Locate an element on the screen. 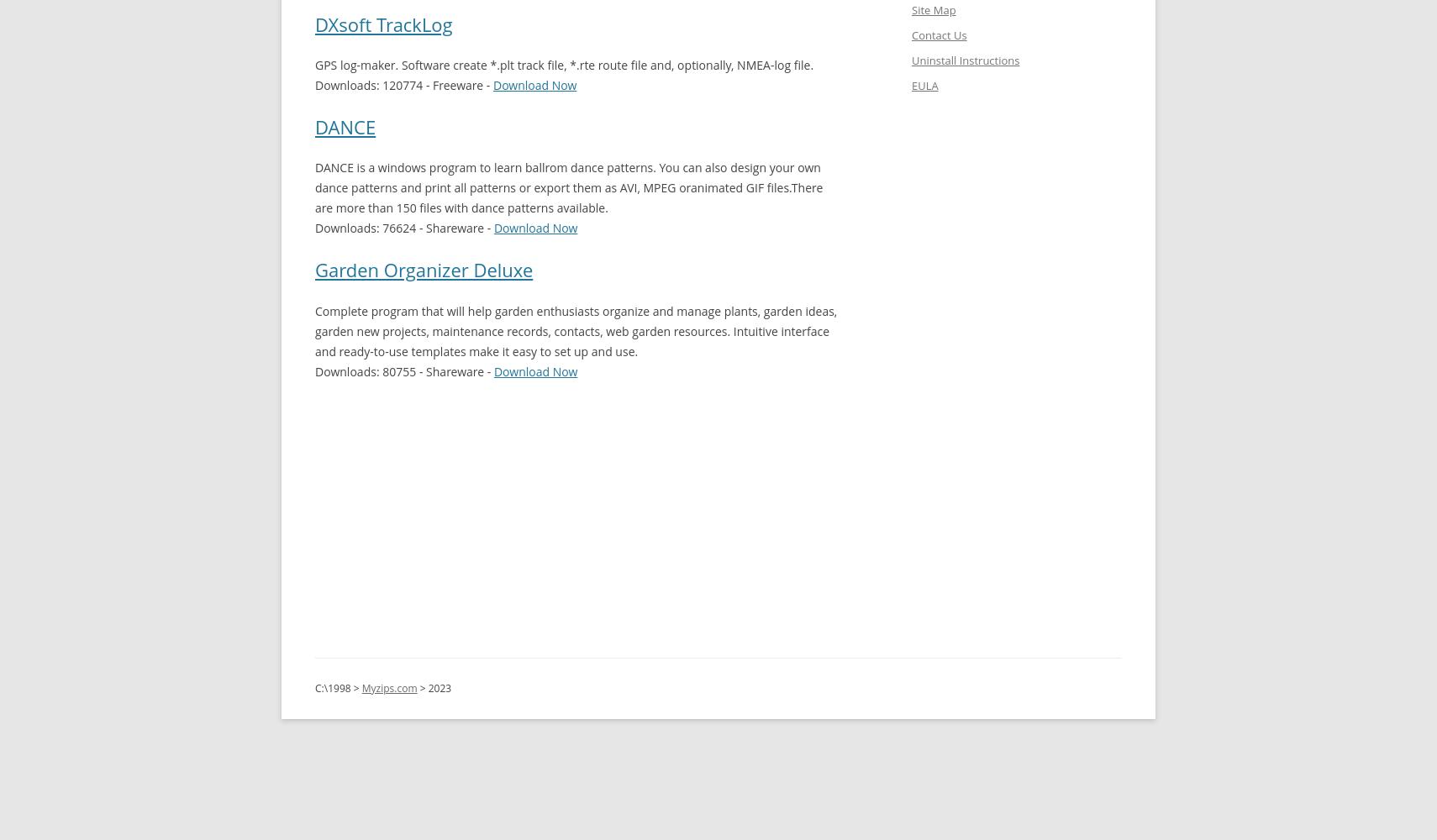  'DANCE is a windows program to learn ballrom dance patterns. You can also design your own dance patterns and print all patterns or export them as AVI, MPEG oranimated GIF files.There are more than 150 files with dance patterns available.' is located at coordinates (568, 186).